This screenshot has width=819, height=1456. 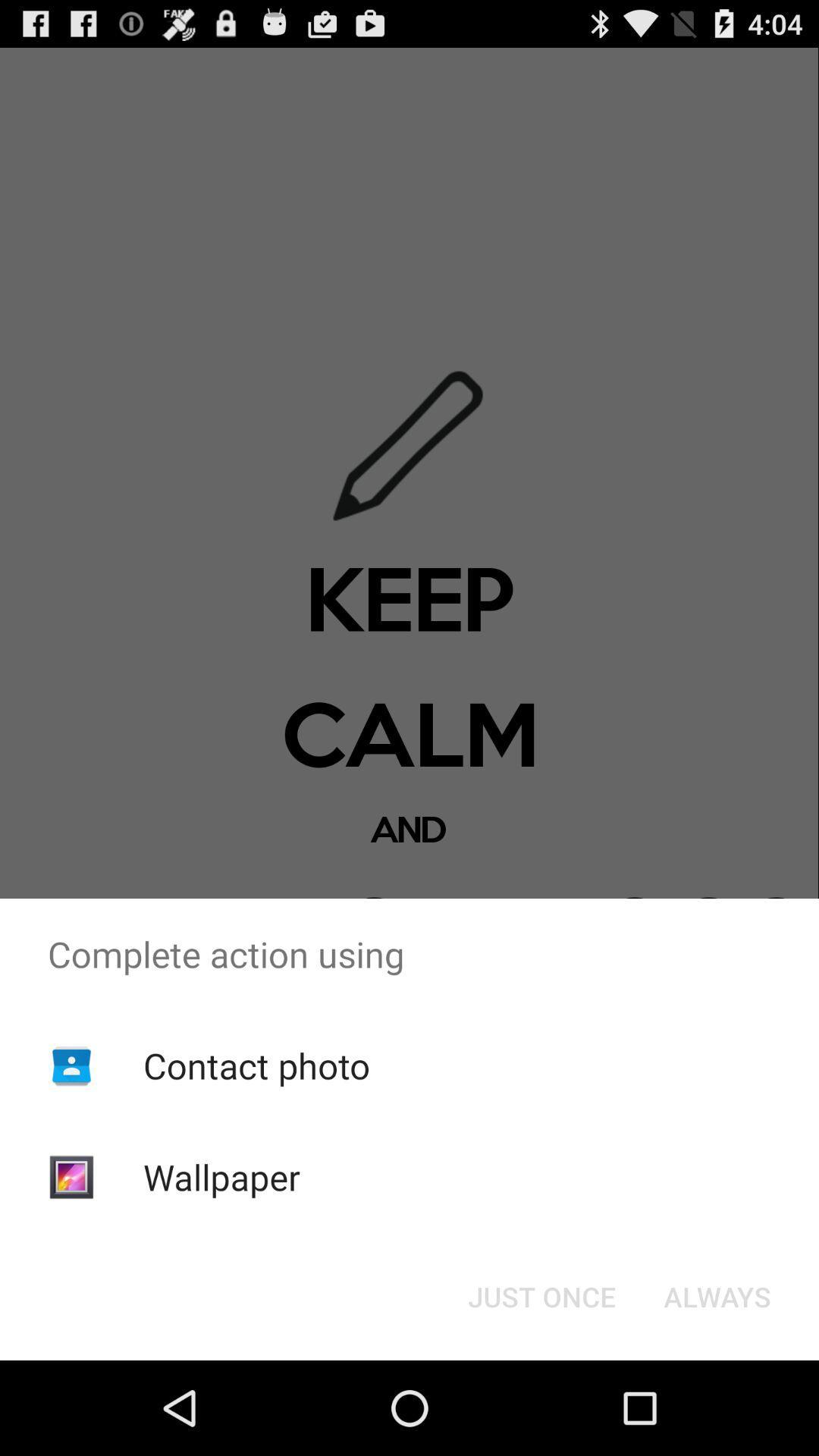 I want to click on icon below the complete action using item, so click(x=256, y=1065).